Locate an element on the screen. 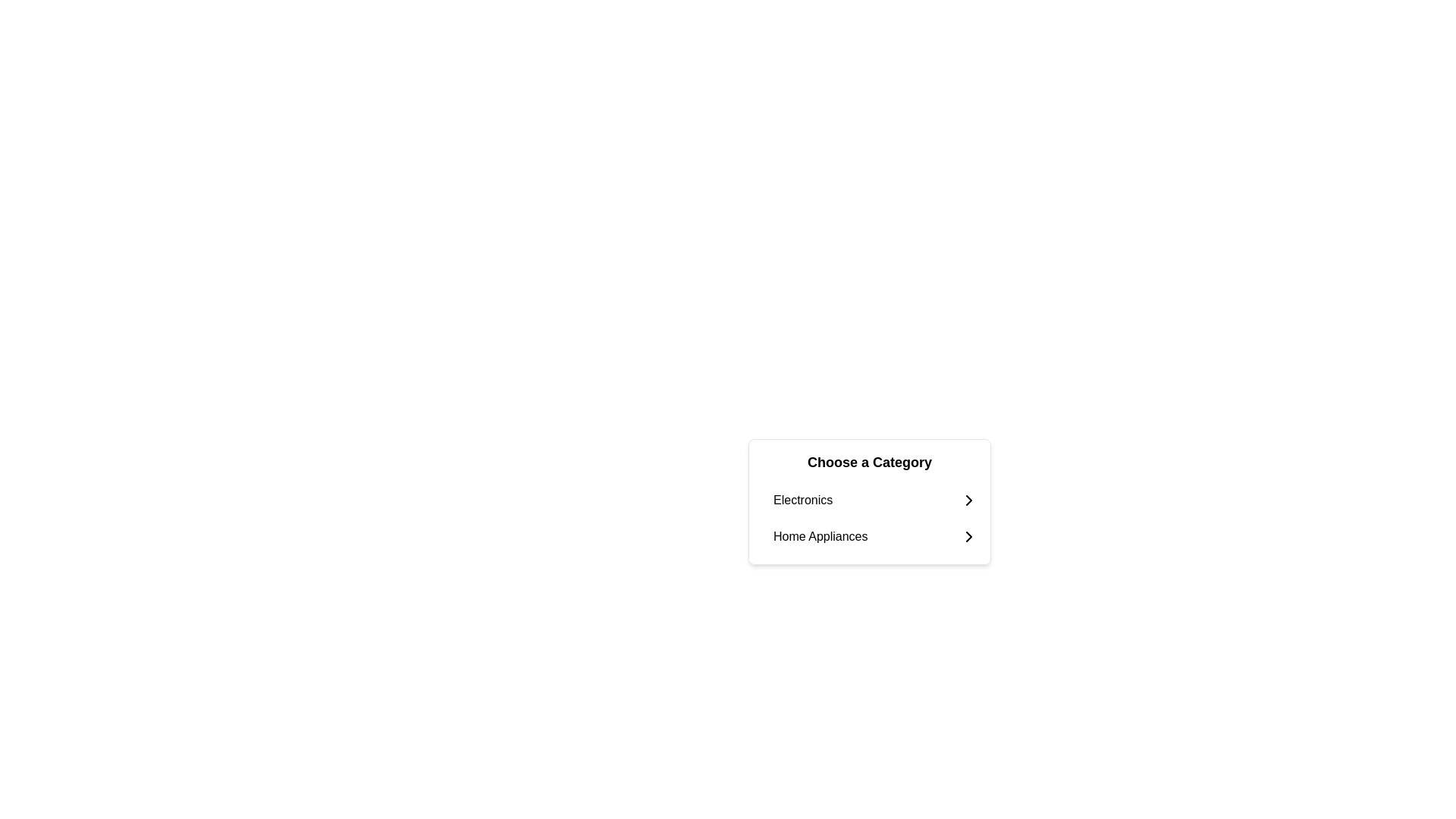 This screenshot has width=1456, height=819. the second navigation item in the list is located at coordinates (876, 536).